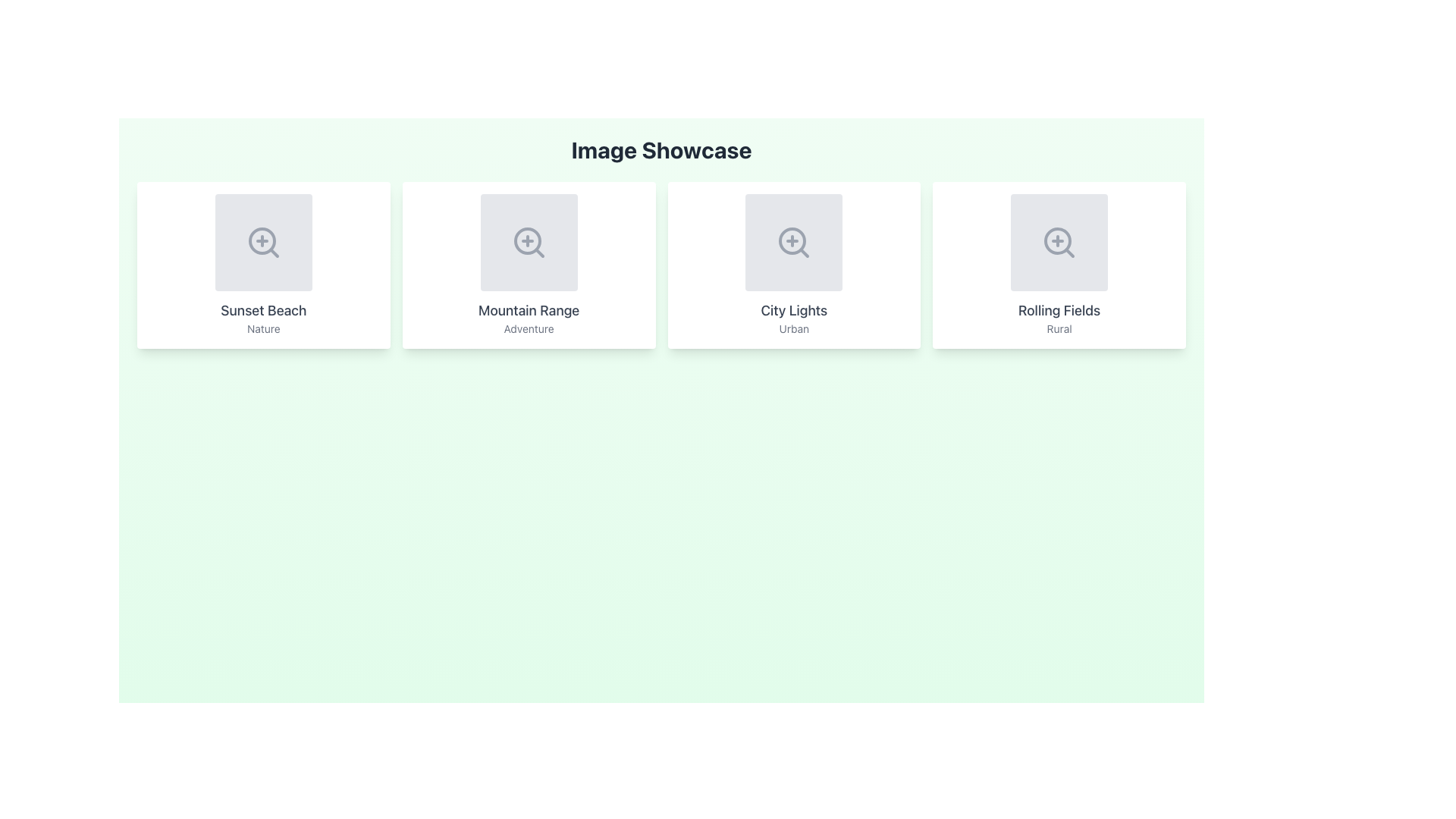 Image resolution: width=1456 pixels, height=819 pixels. Describe the element at coordinates (793, 328) in the screenshot. I see `the text label displaying 'Urban', which is located below the title 'City Lights' in the third card of the 'Image Showcase' section` at that location.